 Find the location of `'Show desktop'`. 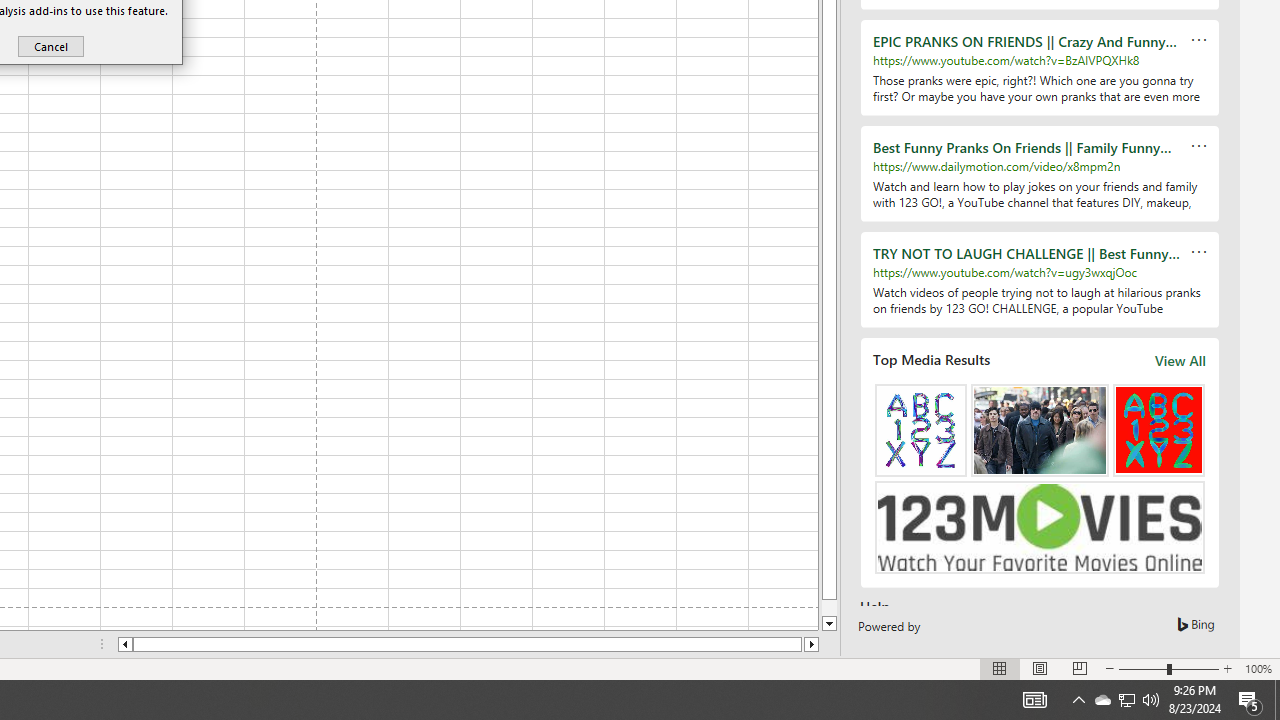

'Show desktop' is located at coordinates (1276, 698).